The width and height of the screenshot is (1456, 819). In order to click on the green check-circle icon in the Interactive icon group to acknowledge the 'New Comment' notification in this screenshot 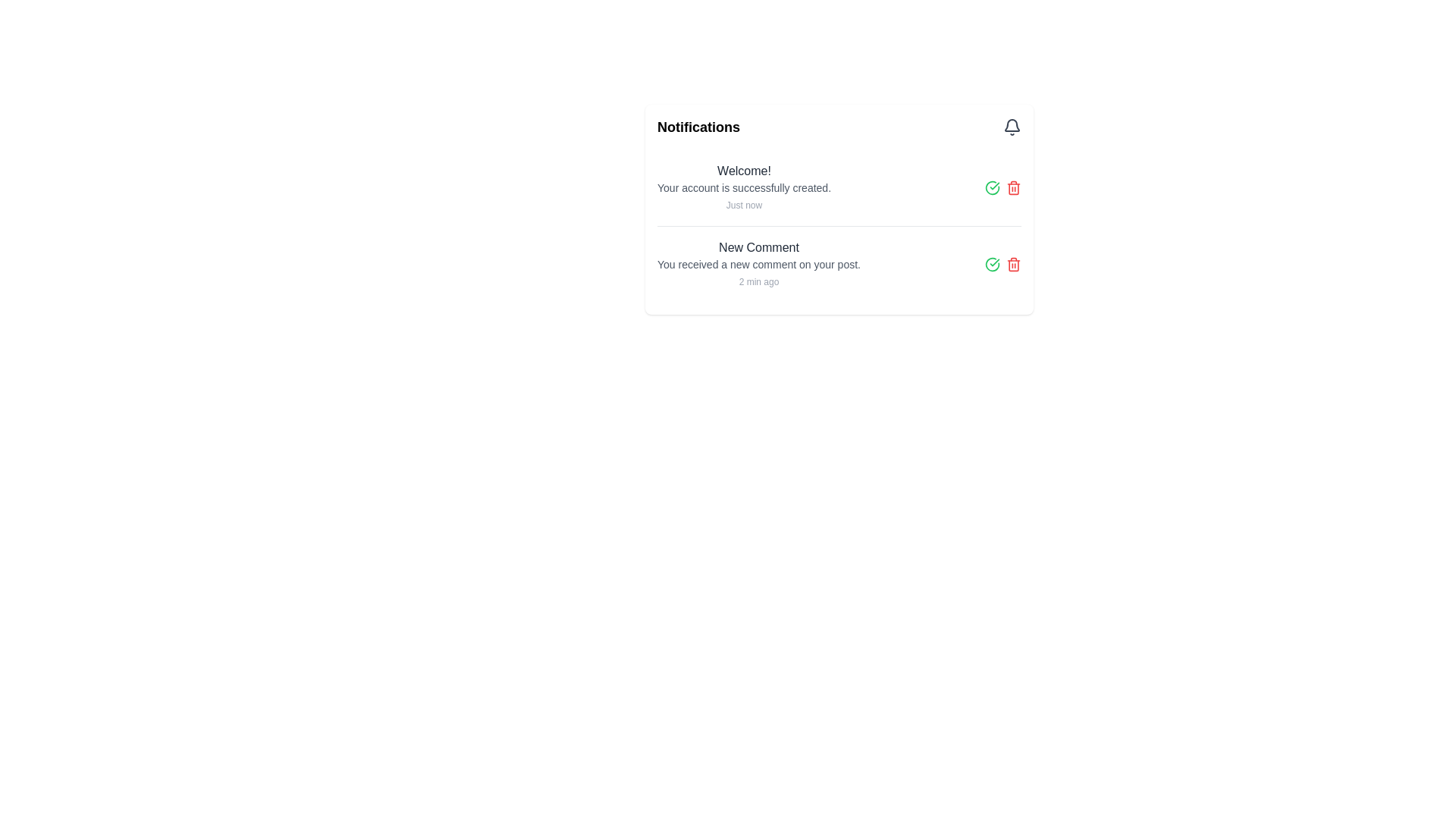, I will do `click(1003, 263)`.